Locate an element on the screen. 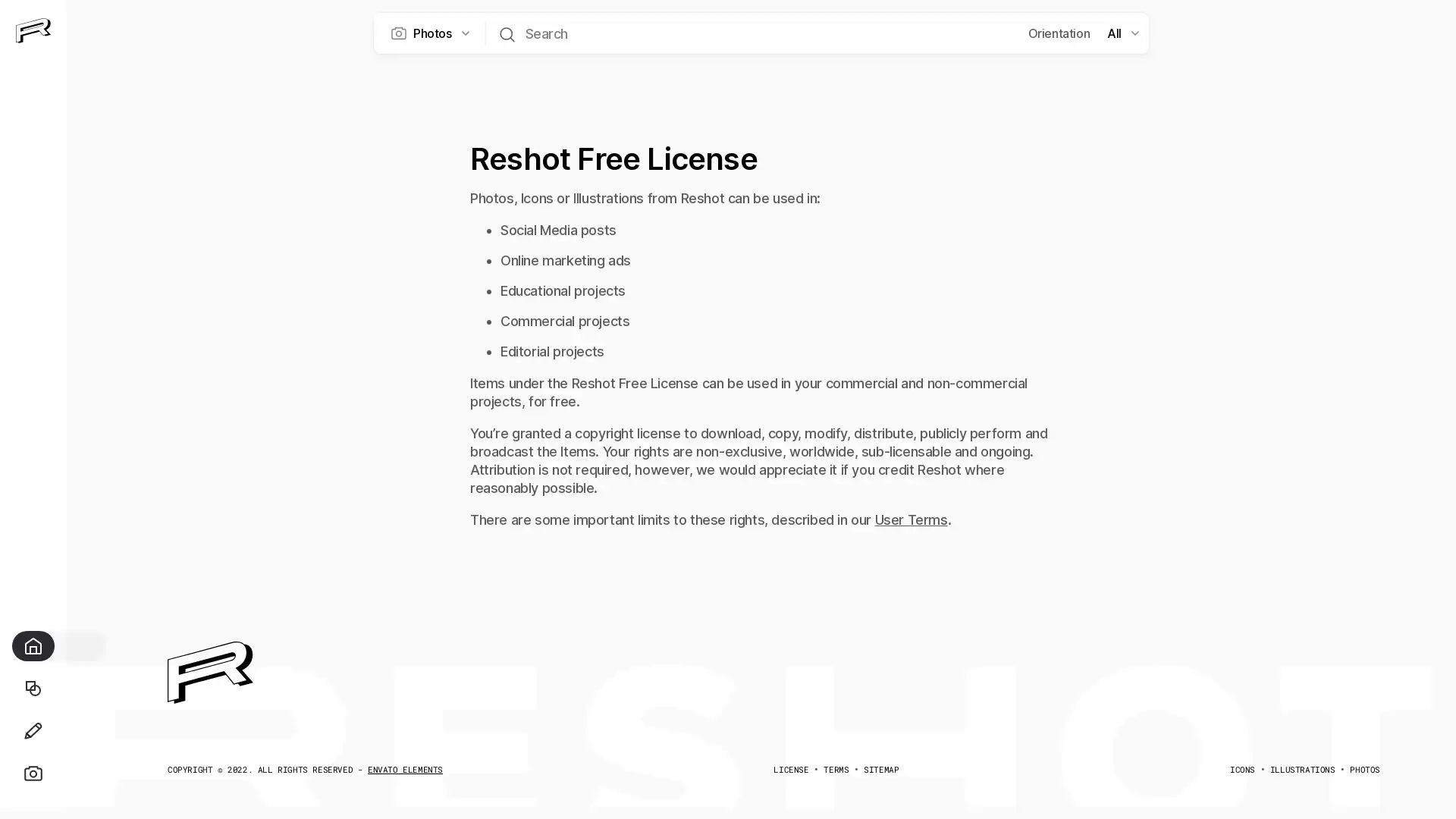 The image size is (1456, 819). Search is located at coordinates (506, 33).